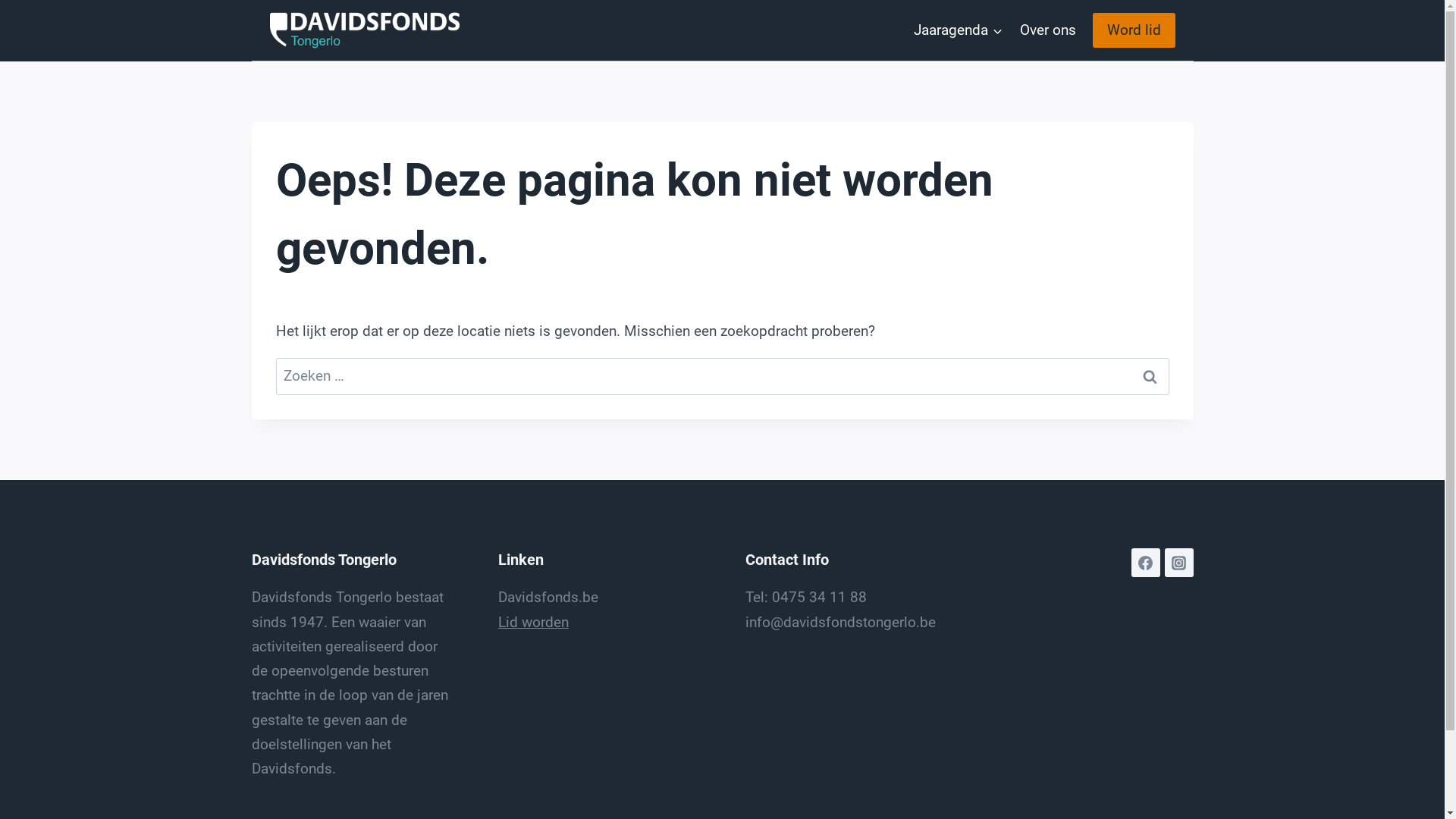  What do you see at coordinates (548, 596) in the screenshot?
I see `'Davidsfonds.be'` at bounding box center [548, 596].